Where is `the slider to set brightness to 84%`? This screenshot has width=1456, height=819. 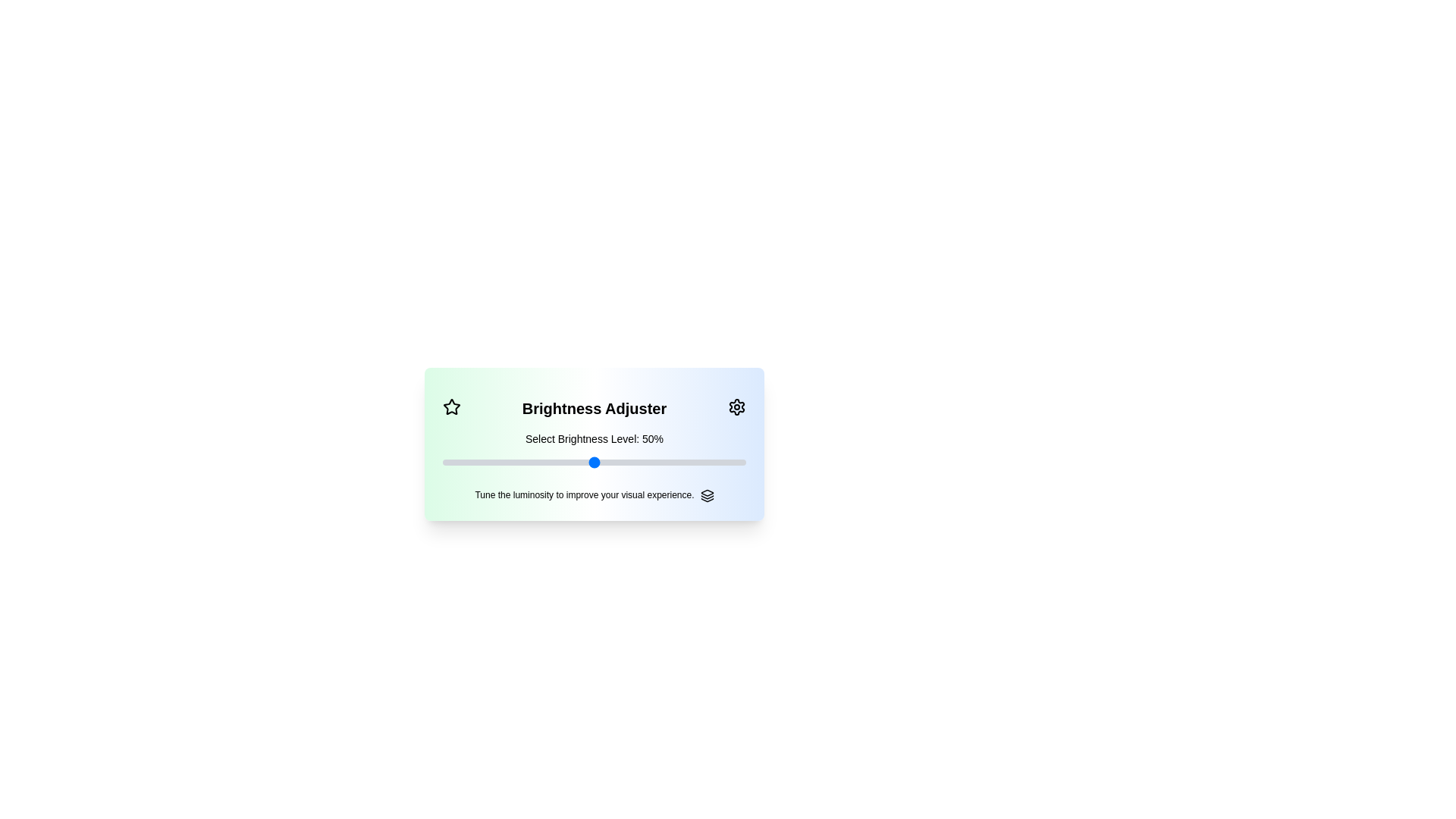
the slider to set brightness to 84% is located at coordinates (442, 461).